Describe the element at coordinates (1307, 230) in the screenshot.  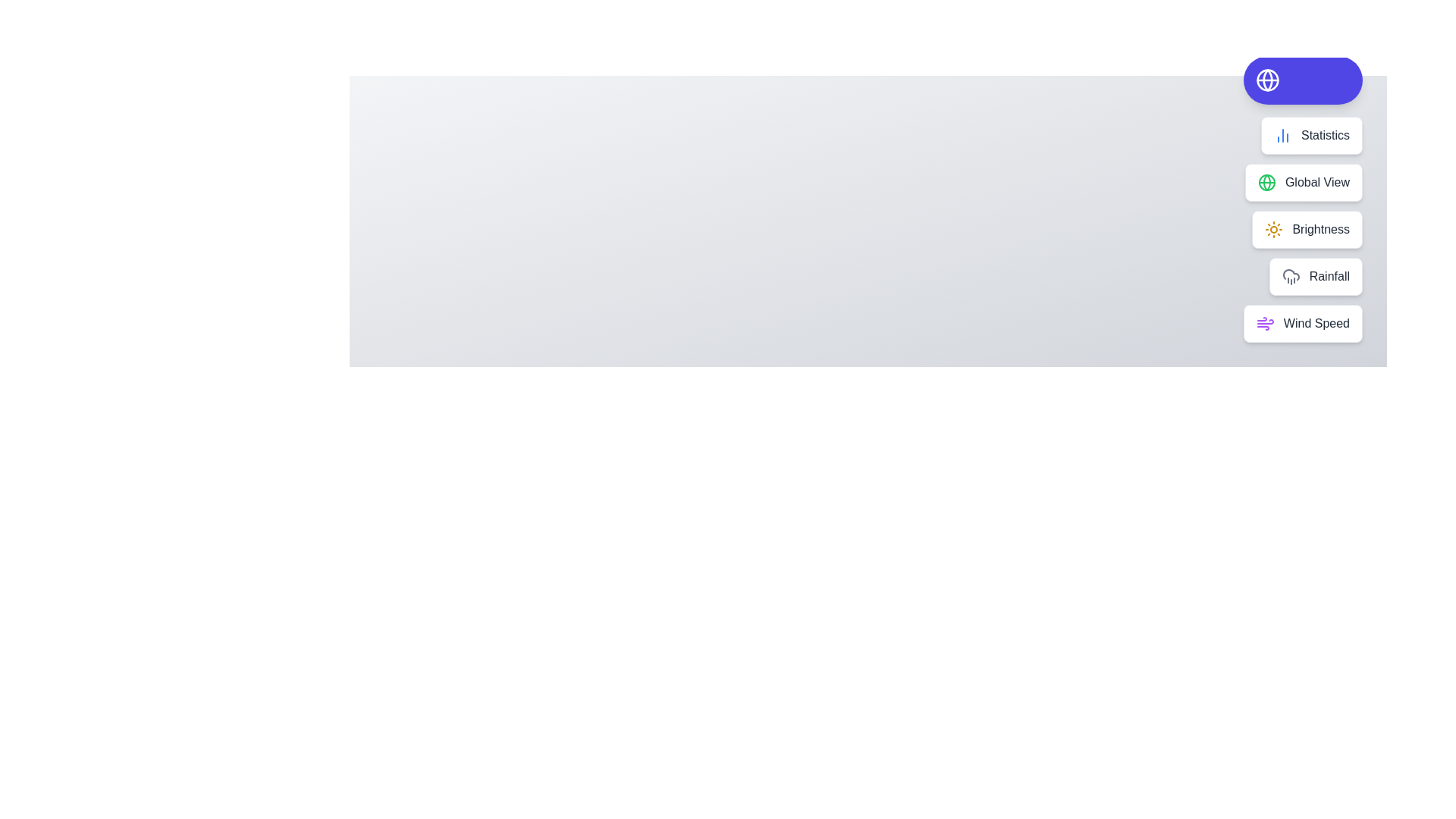
I see `the action Brightness from the speed dial` at that location.